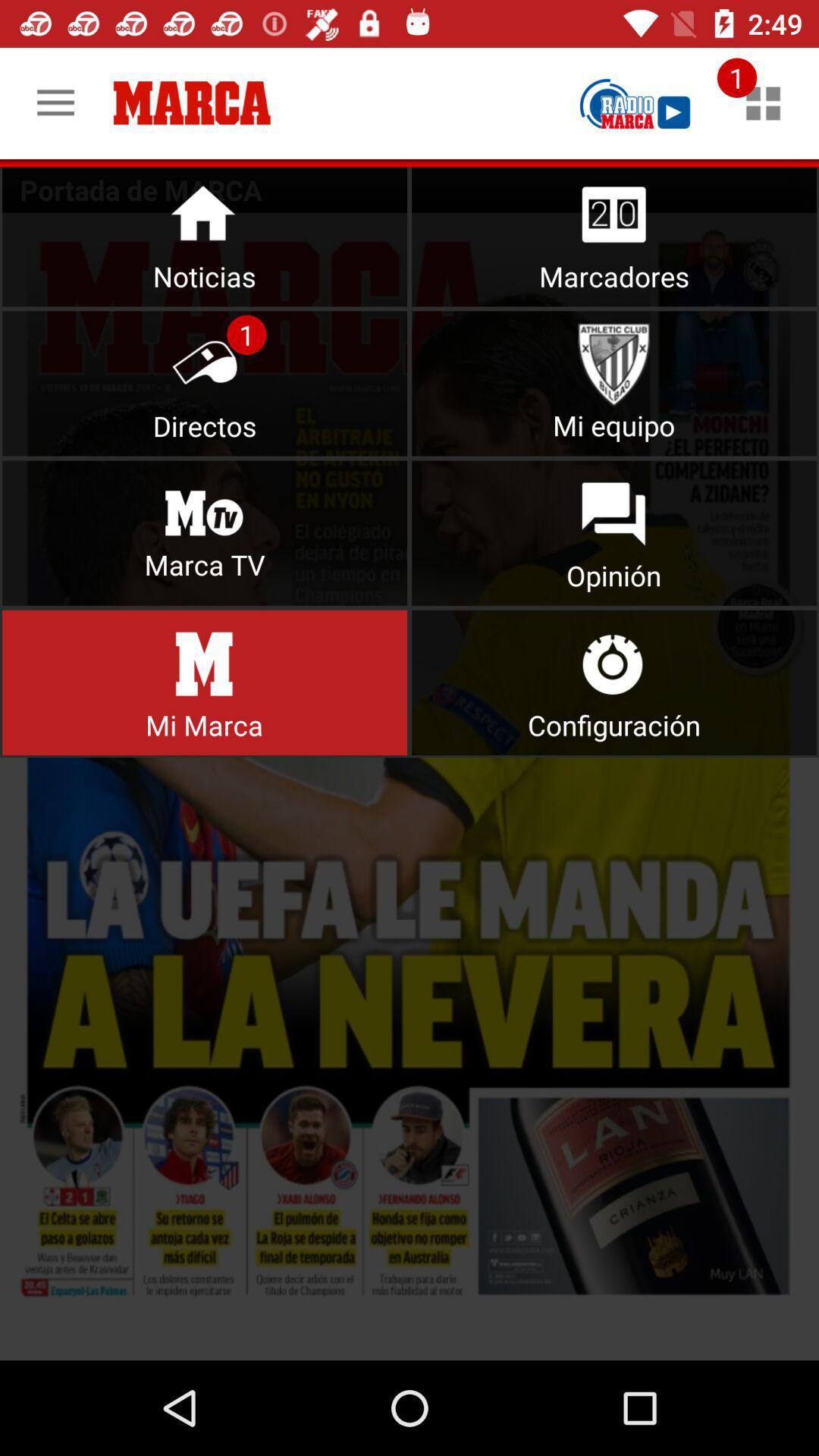 This screenshot has height=1456, width=819. I want to click on home button, so click(205, 233).